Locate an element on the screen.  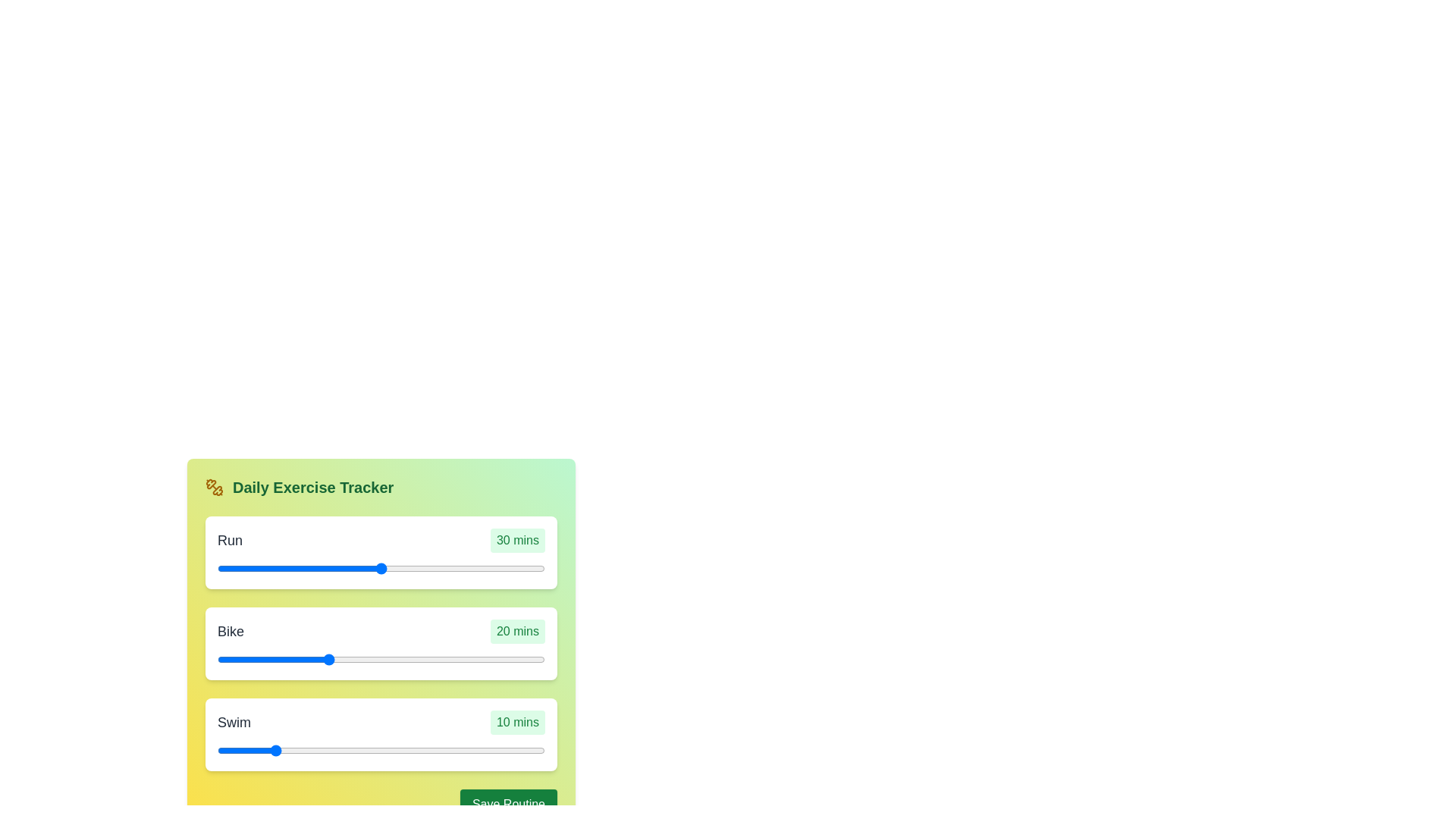
the header icon to interact with it is located at coordinates (214, 488).